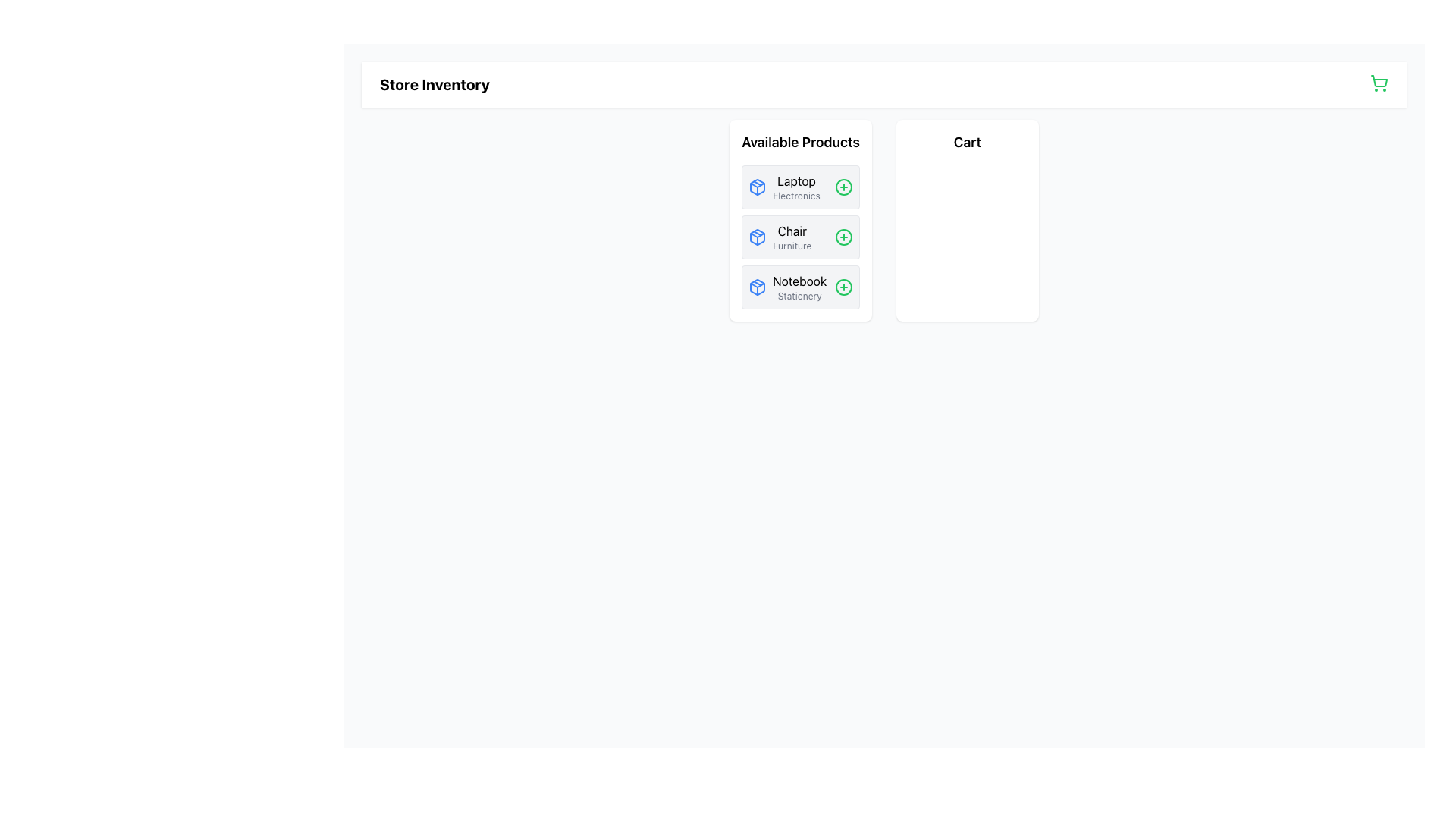 The image size is (1456, 819). I want to click on the blue-colored vector icon representing a package or box located in the 'Available Products' list under the 'Notebook' entry, positioned to the left of the text labels, so click(758, 287).